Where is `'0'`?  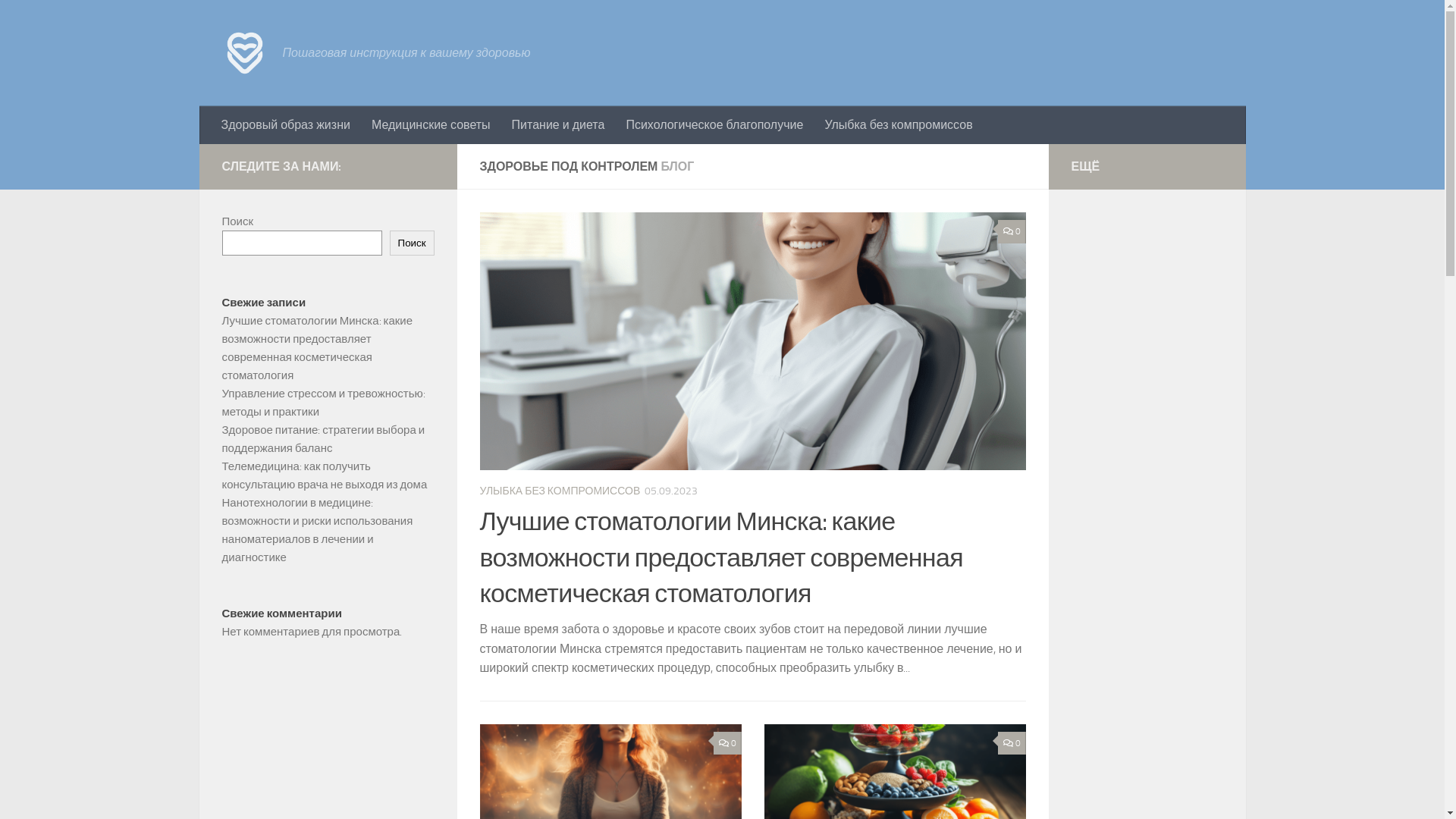
'0' is located at coordinates (1012, 231).